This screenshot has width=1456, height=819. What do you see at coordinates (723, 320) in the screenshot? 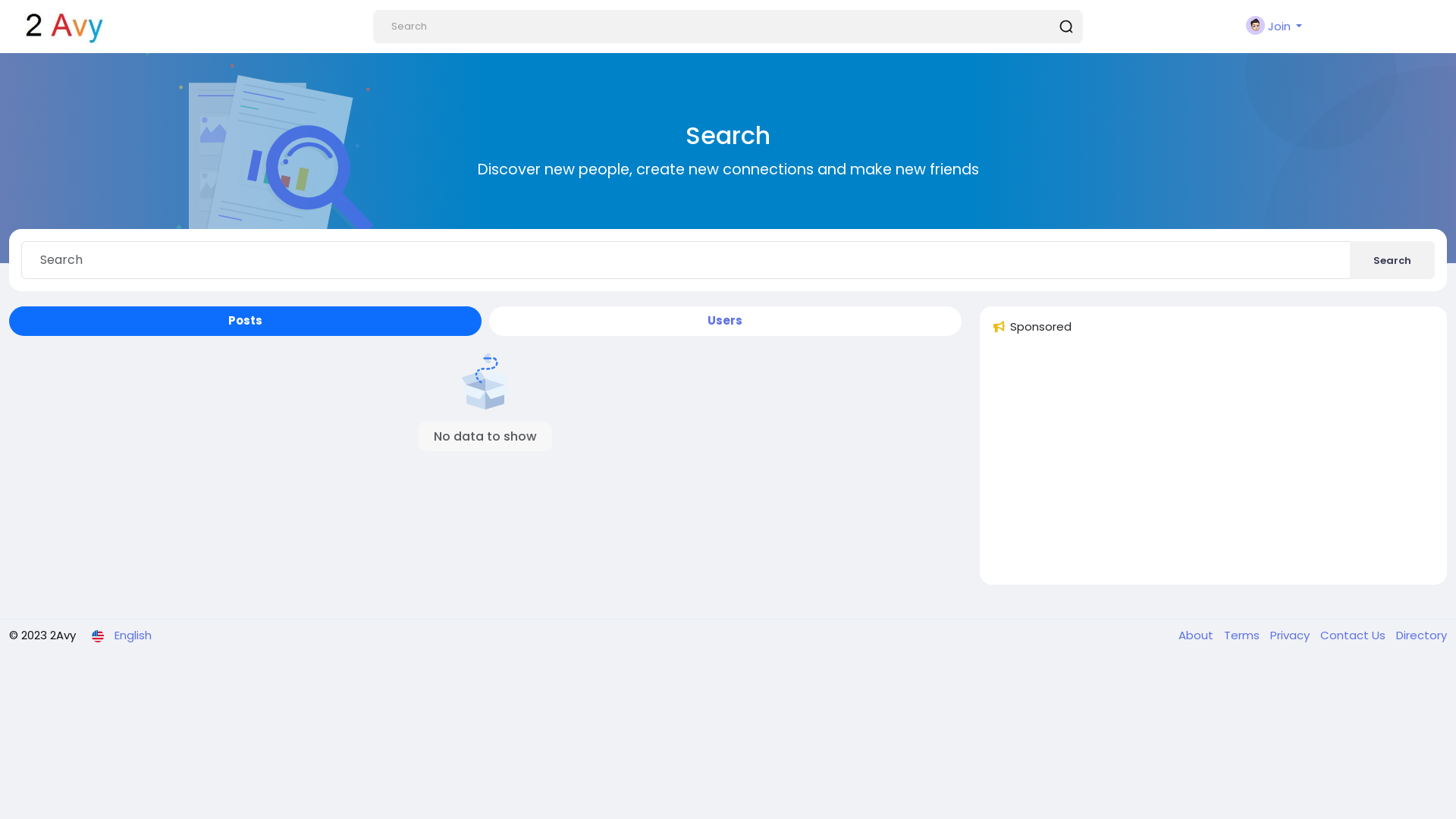
I see `'Users'` at bounding box center [723, 320].